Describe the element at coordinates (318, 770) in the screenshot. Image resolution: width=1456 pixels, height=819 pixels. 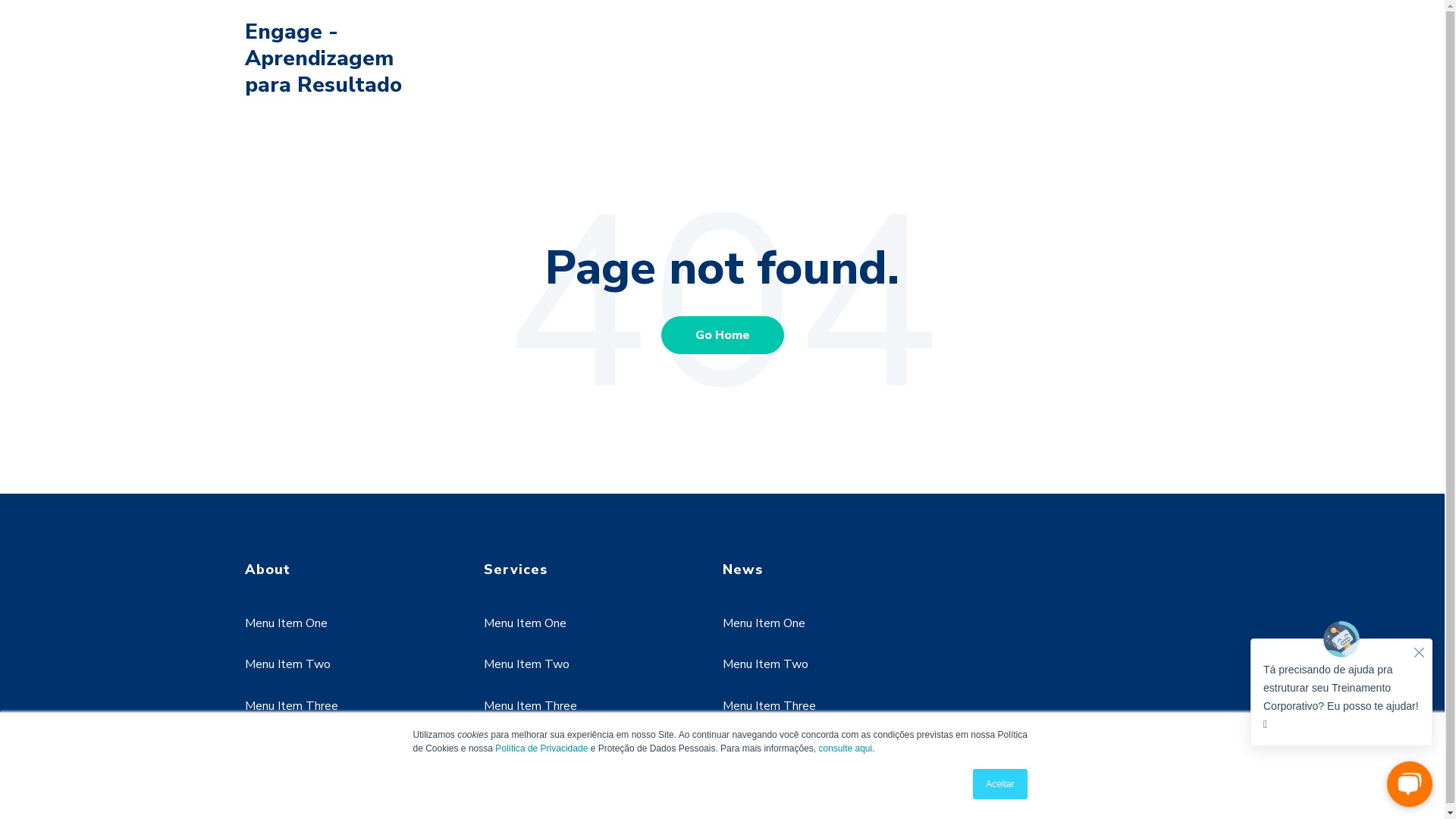
I see `'Follow us on Twitter'` at that location.